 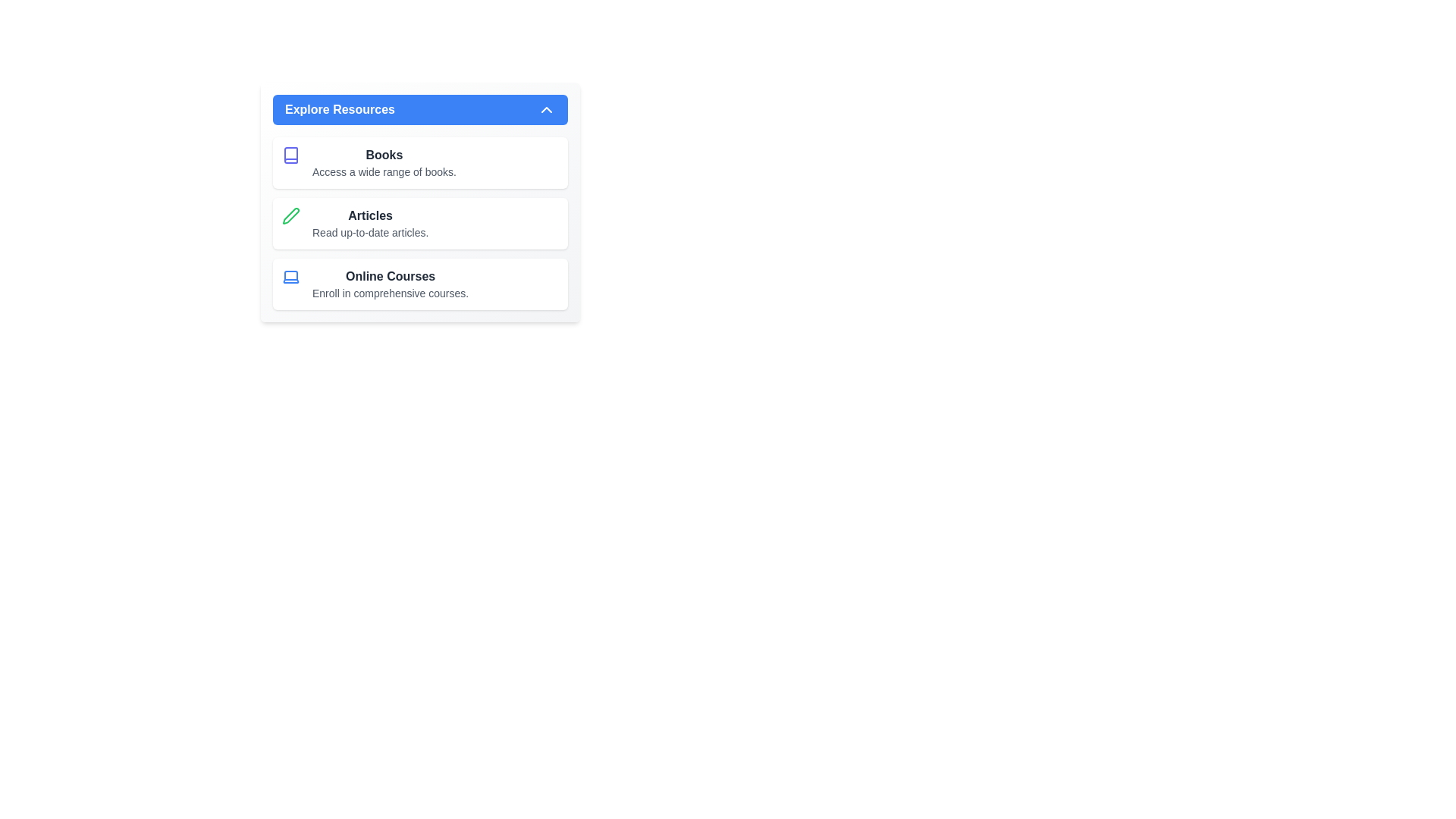 What do you see at coordinates (391, 284) in the screenshot?
I see `the third option in the 'Explore Resources' section, which allows navigation to online courses` at bounding box center [391, 284].